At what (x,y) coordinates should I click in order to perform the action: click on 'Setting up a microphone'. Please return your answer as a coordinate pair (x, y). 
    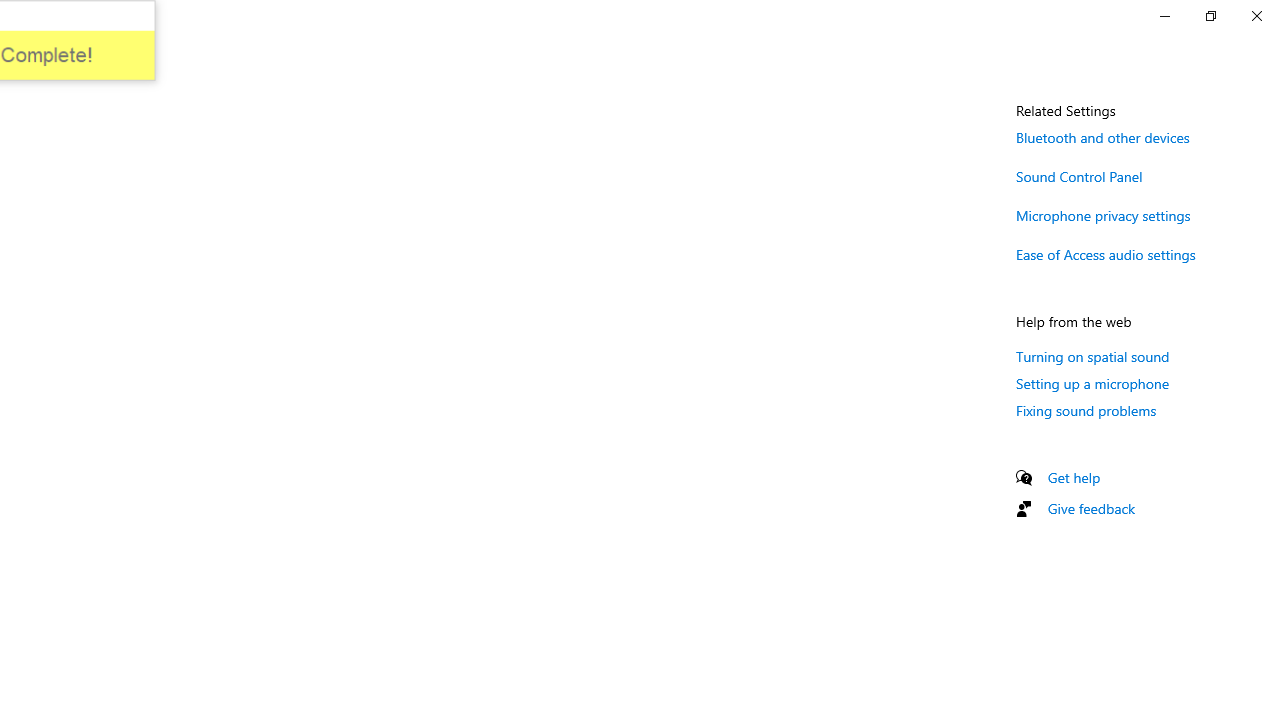
    Looking at the image, I should click on (1092, 383).